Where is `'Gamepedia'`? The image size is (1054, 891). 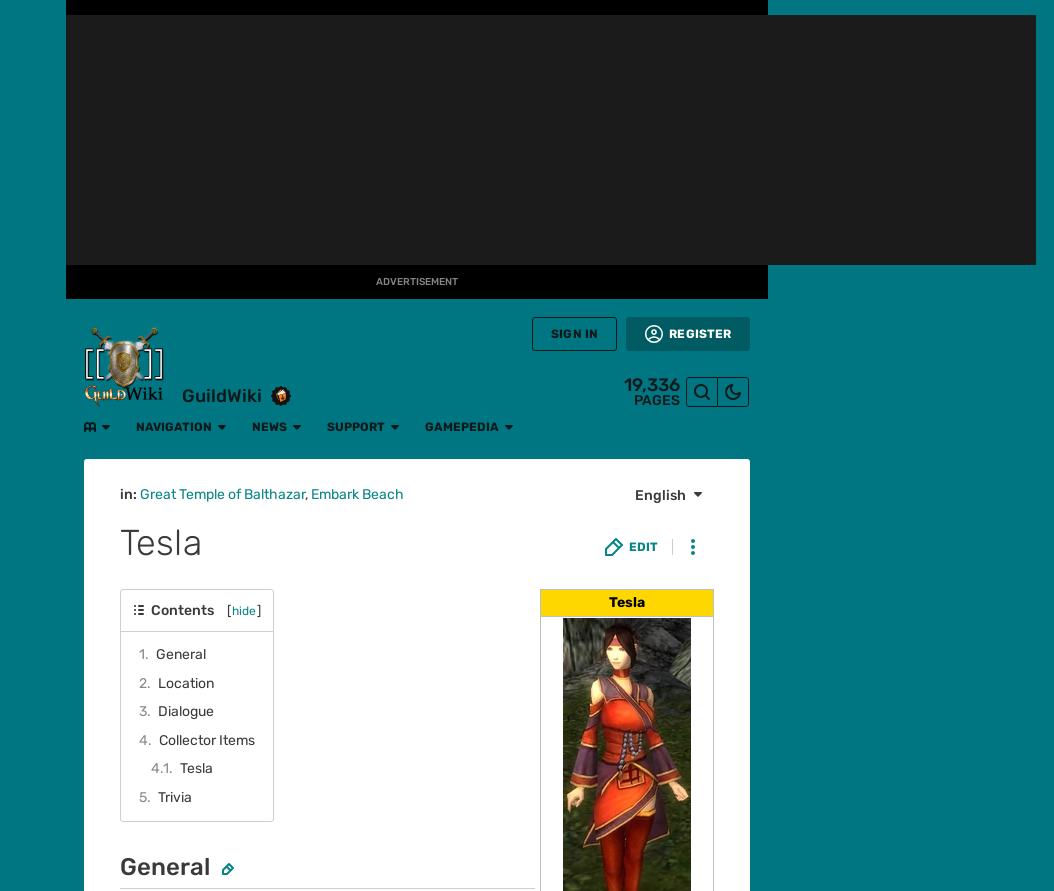
'Gamepedia' is located at coordinates (419, 22).